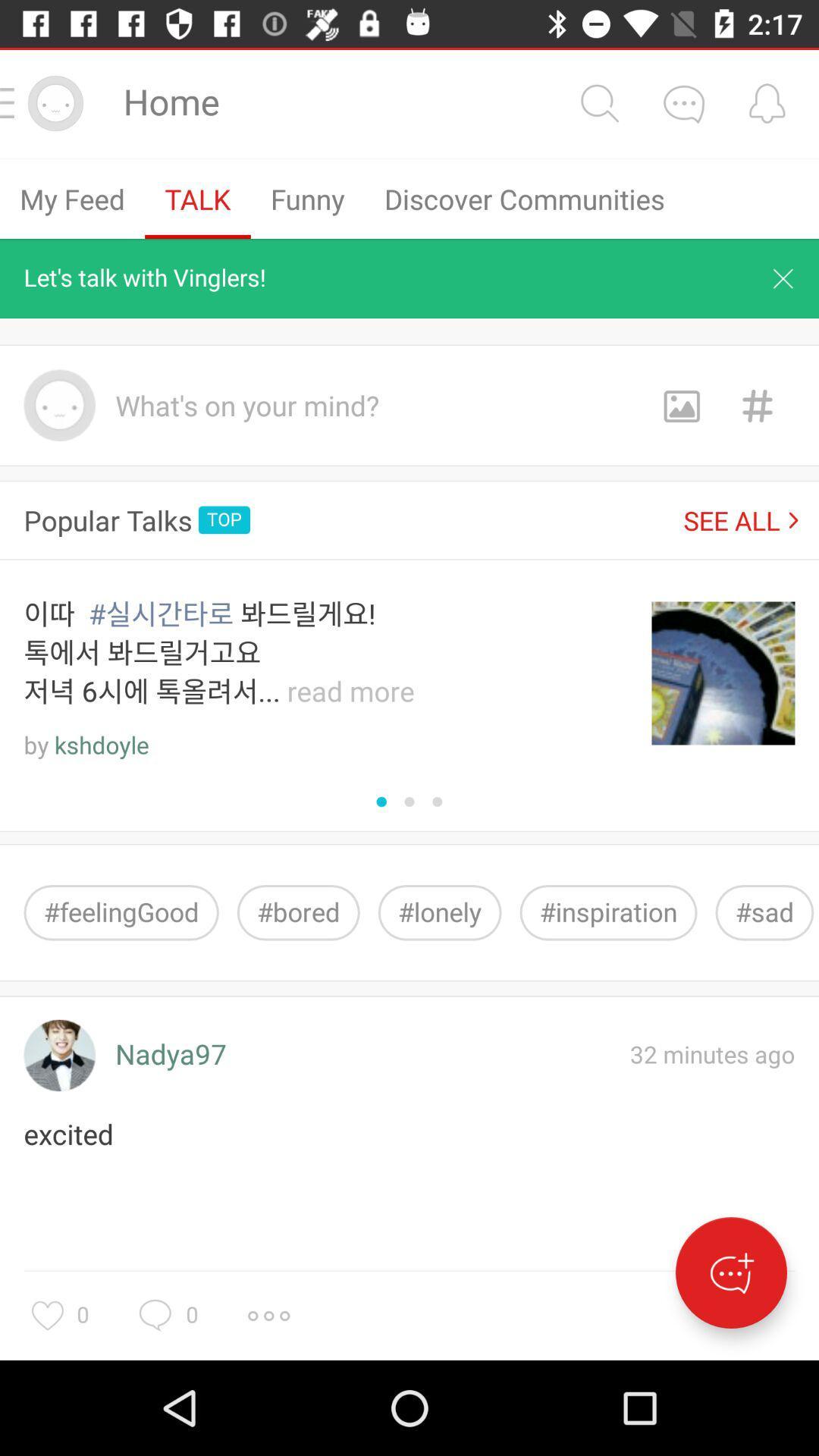 This screenshot has height=1456, width=819. What do you see at coordinates (680, 405) in the screenshot?
I see `share the article` at bounding box center [680, 405].